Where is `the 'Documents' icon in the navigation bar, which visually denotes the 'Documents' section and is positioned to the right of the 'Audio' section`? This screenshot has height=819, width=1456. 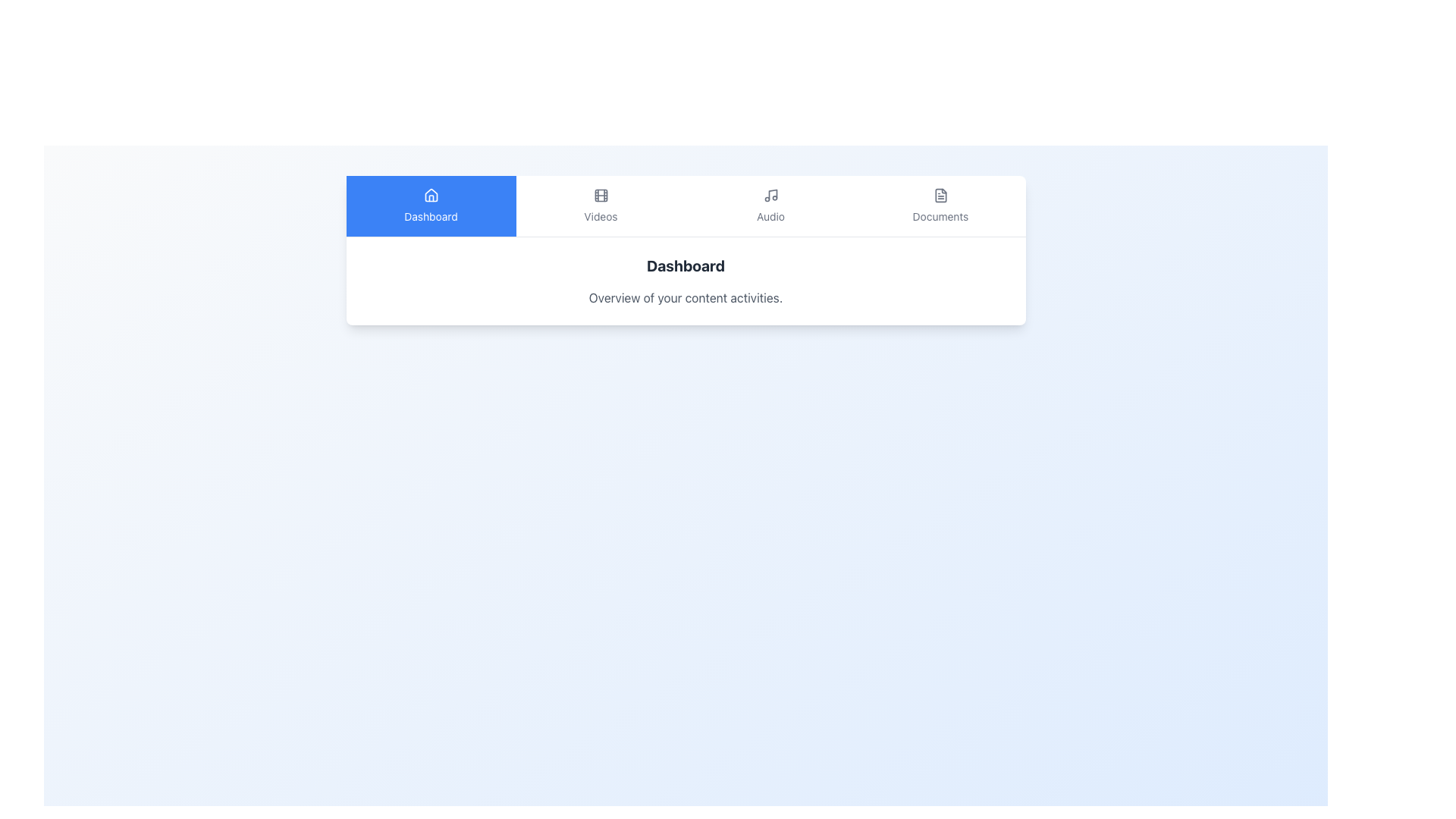 the 'Documents' icon in the navigation bar, which visually denotes the 'Documents' section and is positioned to the right of the 'Audio' section is located at coordinates (940, 195).